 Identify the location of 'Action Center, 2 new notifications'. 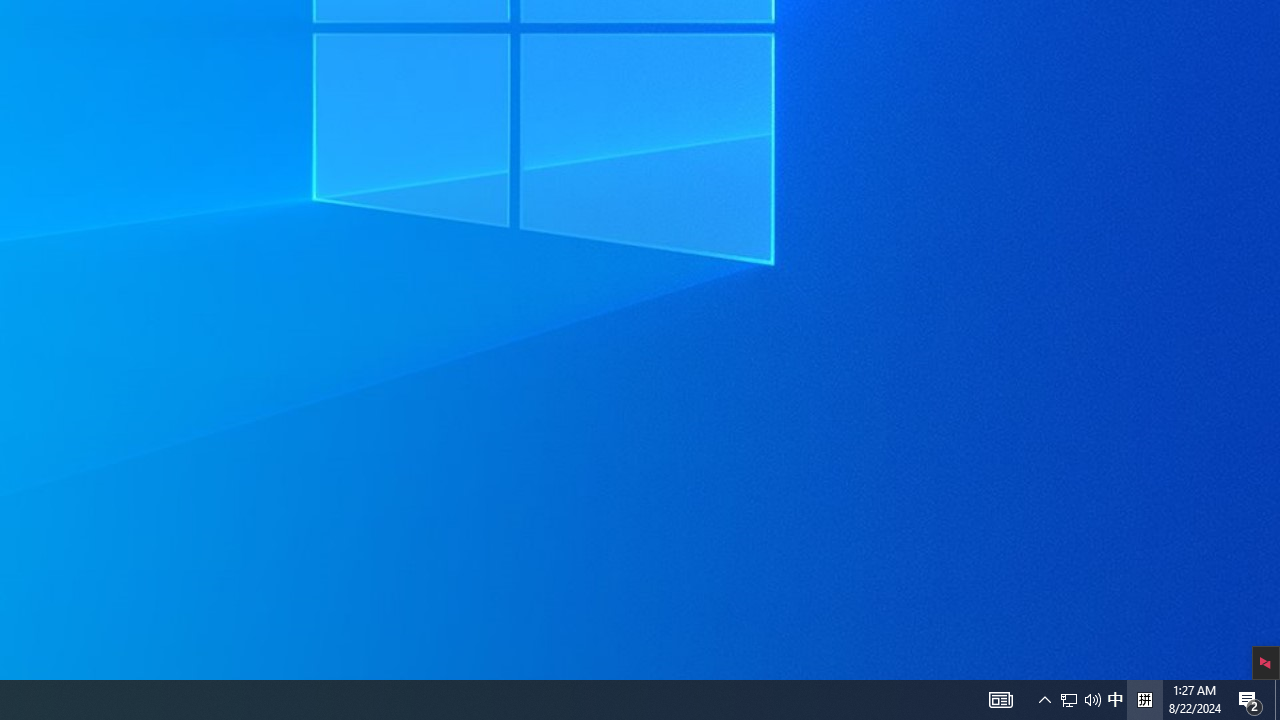
(1250, 698).